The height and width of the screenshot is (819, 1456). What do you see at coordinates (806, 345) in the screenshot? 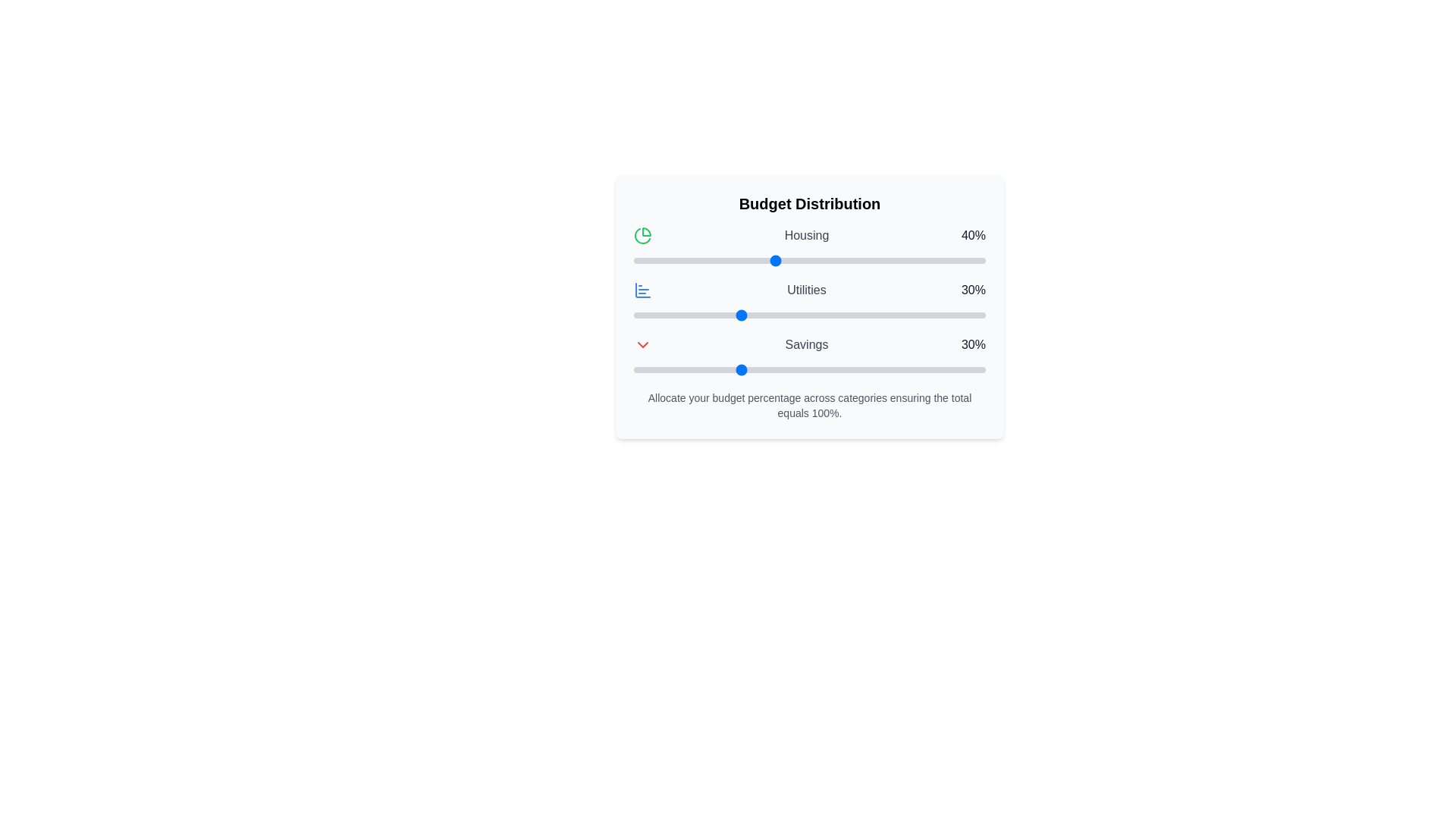
I see `the 'Savings' text label, which displays the text in a medium-sized gray font, positioned in a horizontal row with a slider and a percentage value '30%'` at bounding box center [806, 345].